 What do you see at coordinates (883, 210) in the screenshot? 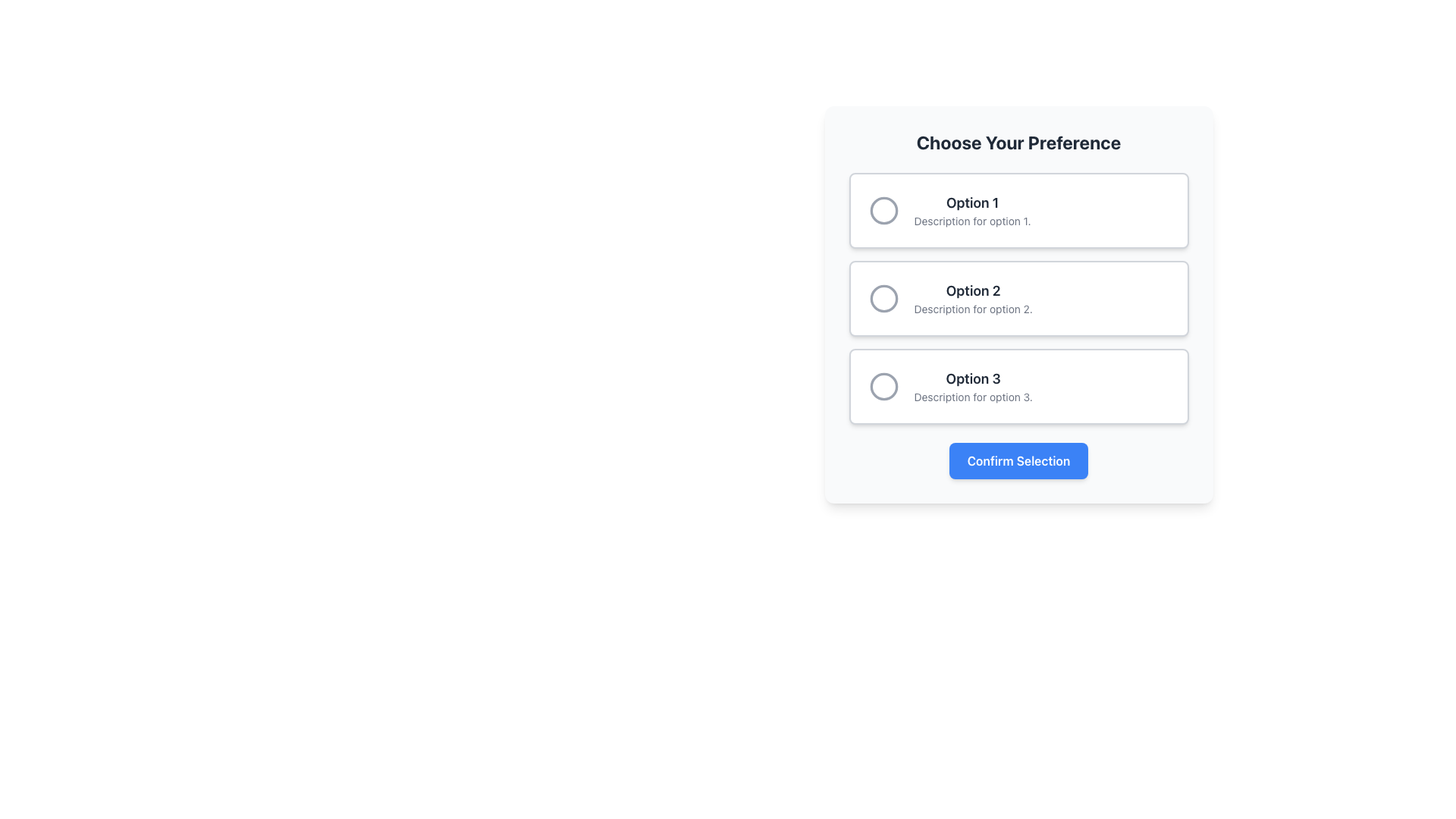
I see `the Radio button indicator for 'Option 1' under the heading 'Choose Your Preference'` at bounding box center [883, 210].